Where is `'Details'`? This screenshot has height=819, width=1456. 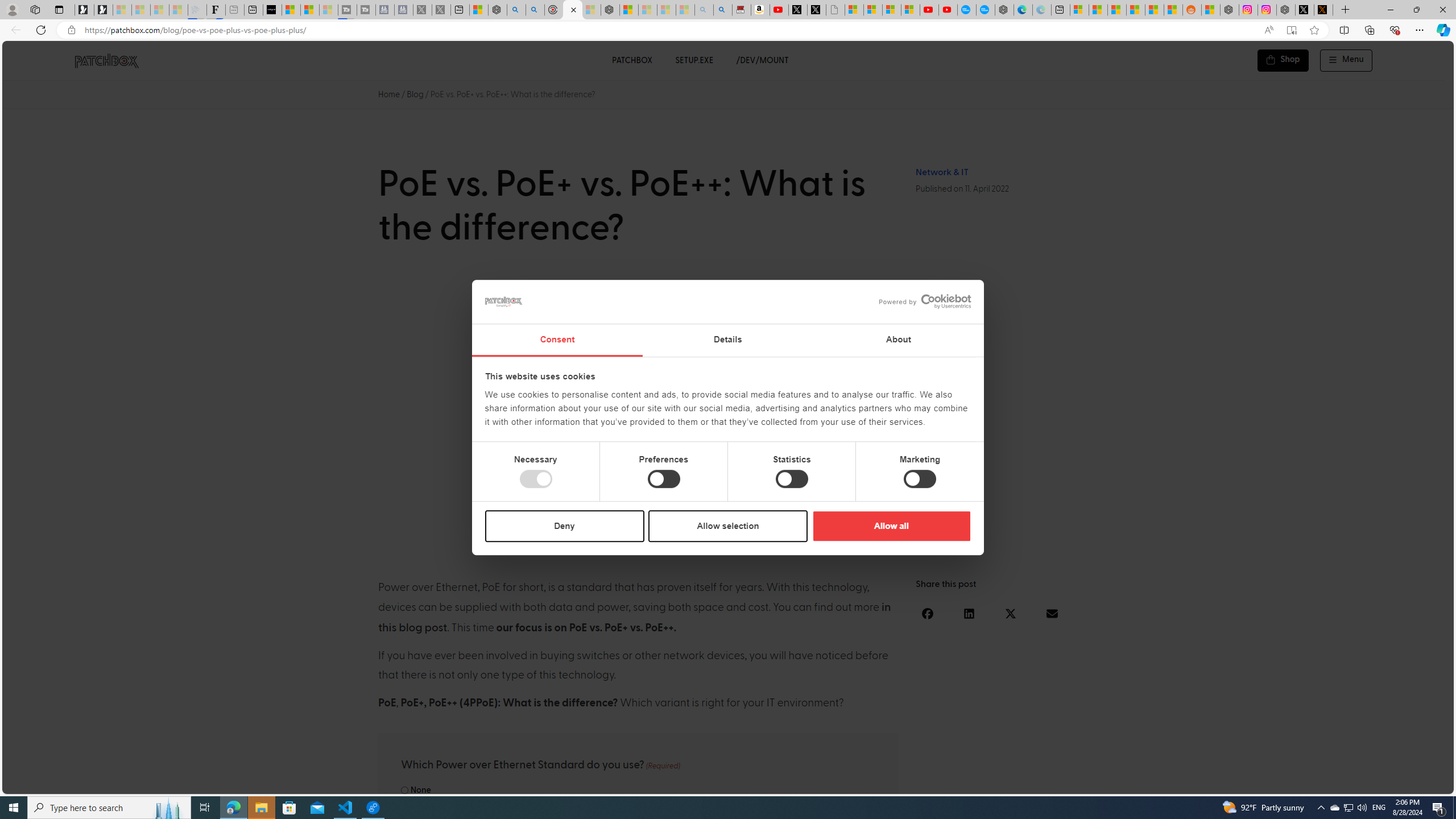 'Details' is located at coordinates (728, 340).